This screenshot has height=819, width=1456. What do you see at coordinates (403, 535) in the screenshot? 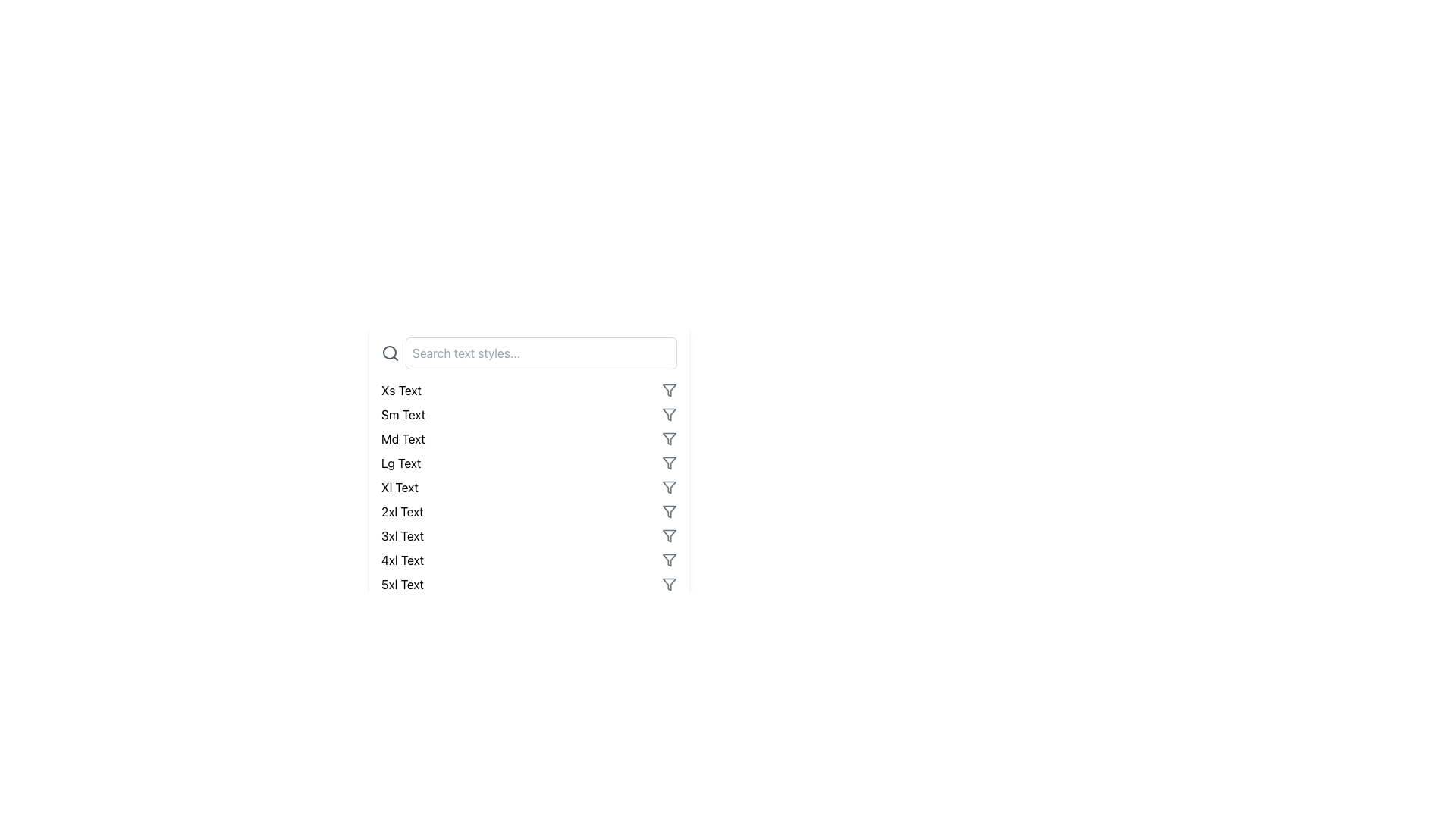
I see `the '3xl Text' label, which is the third entry from the bottom in the list of text styles, indicating a specific font style or size category` at bounding box center [403, 535].